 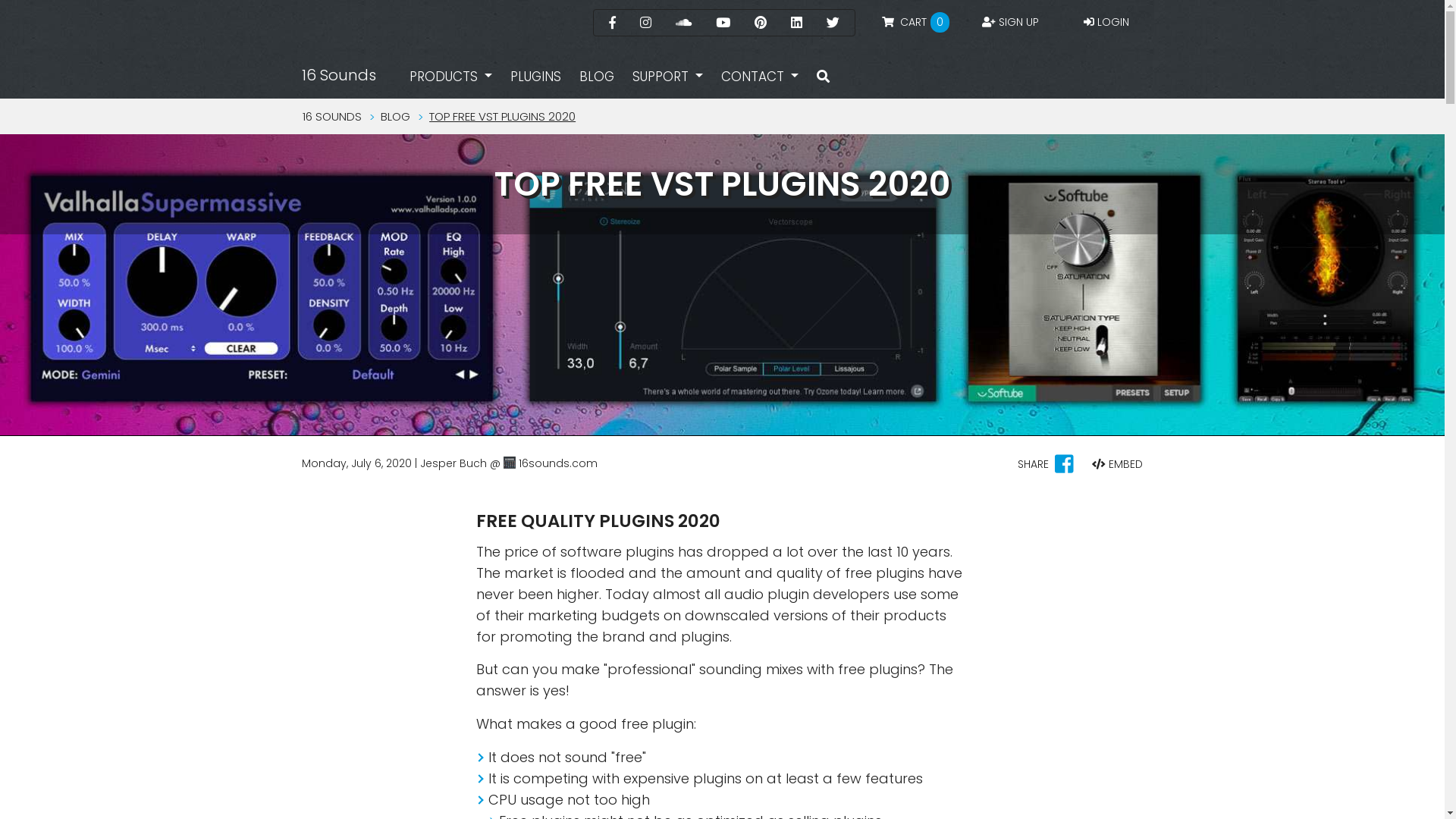 I want to click on 'SIGN UP', so click(x=1010, y=22).